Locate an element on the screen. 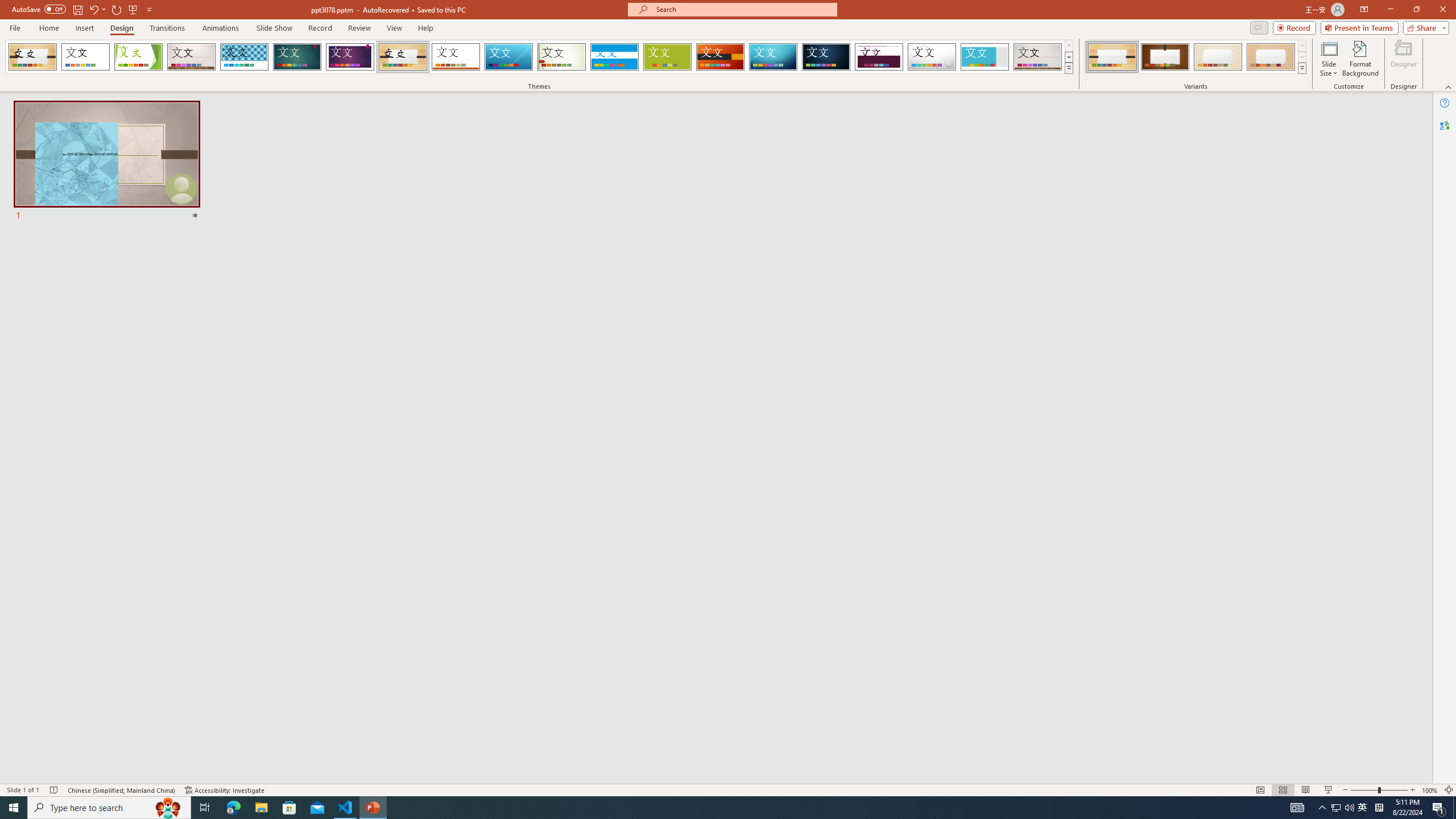 Image resolution: width=1456 pixels, height=819 pixels. 'Office Theme' is located at coordinates (85, 56).